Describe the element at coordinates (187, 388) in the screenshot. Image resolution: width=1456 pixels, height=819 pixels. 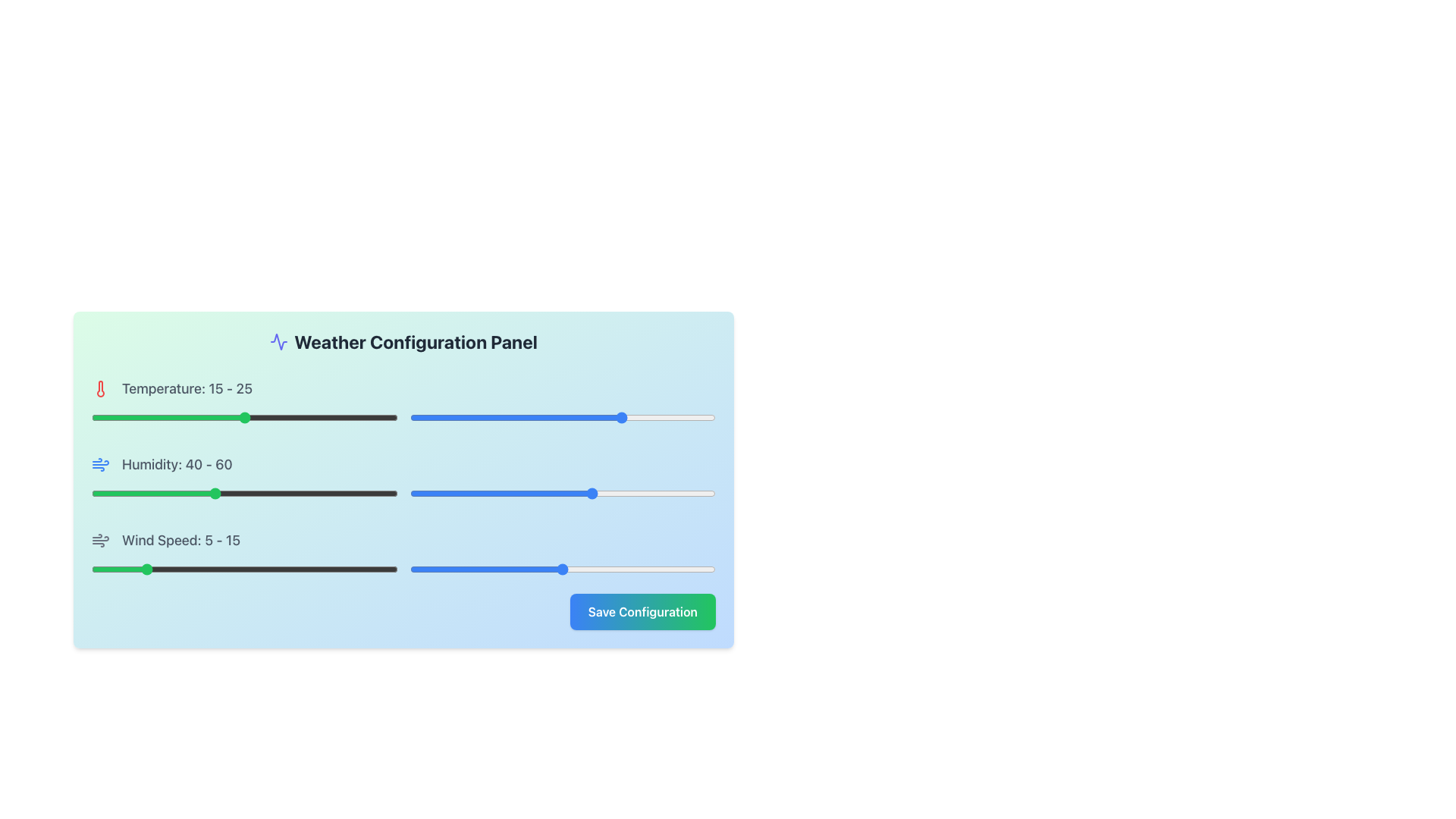
I see `text indicating the currently set temperature range (15 to 25) from the Text Block located in the top-left section of the Weather Configuration Panel, adjacent to the thermometer icon` at that location.